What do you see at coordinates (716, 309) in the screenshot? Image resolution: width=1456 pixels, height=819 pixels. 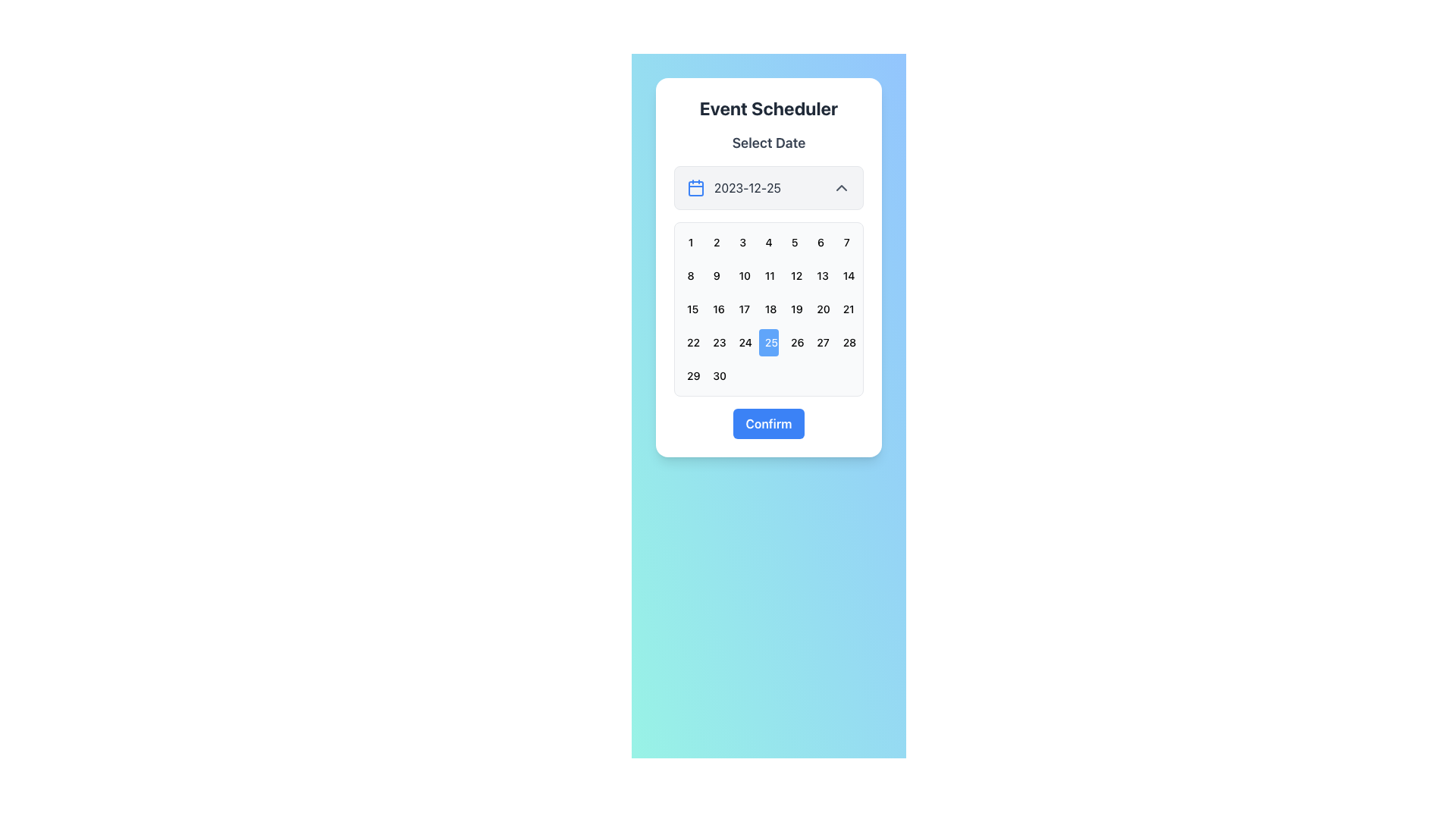 I see `the calendar day cell displaying the number '16'` at bounding box center [716, 309].